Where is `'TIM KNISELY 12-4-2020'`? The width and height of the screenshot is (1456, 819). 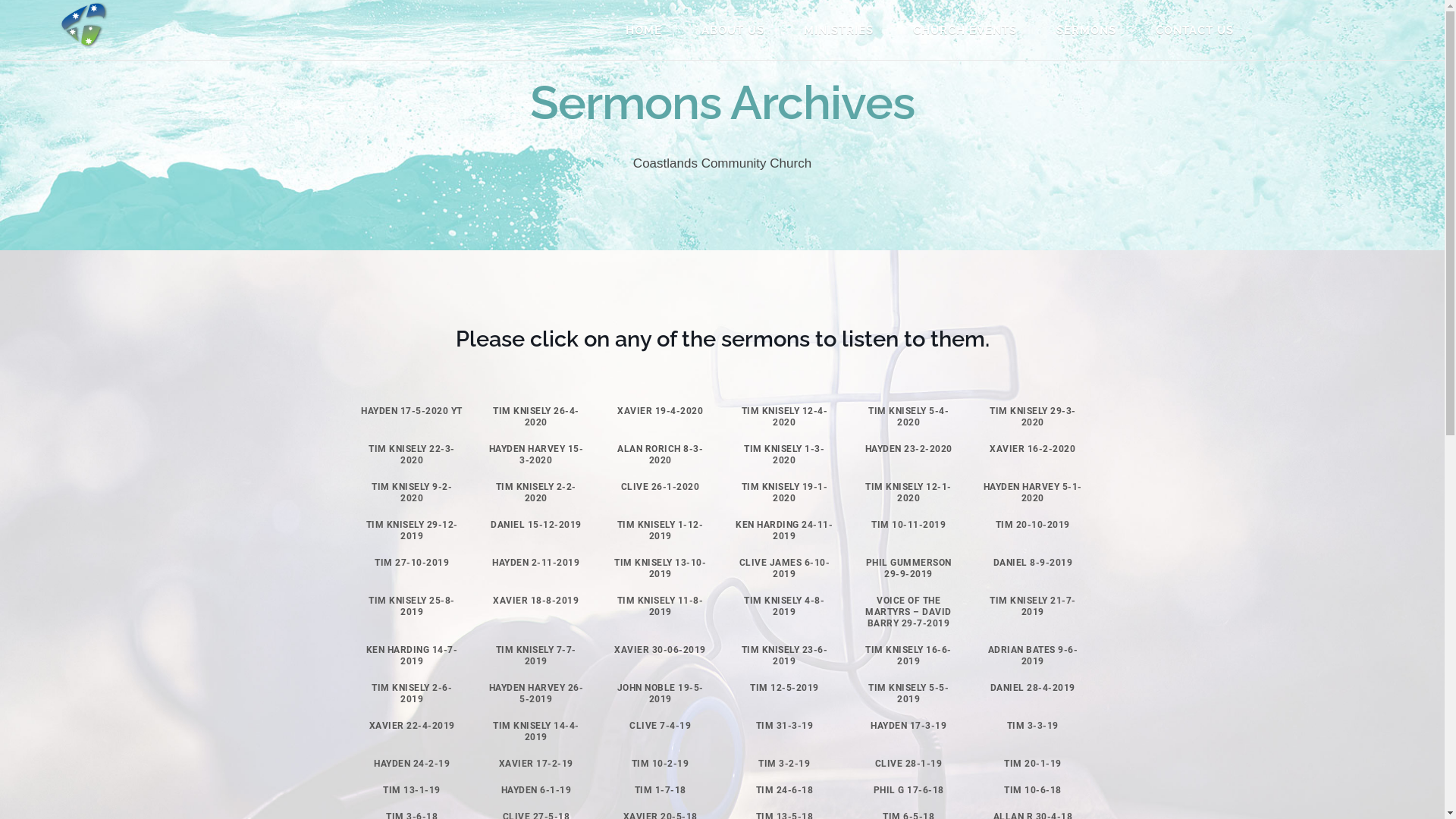
'TIM KNISELY 12-4-2020' is located at coordinates (742, 416).